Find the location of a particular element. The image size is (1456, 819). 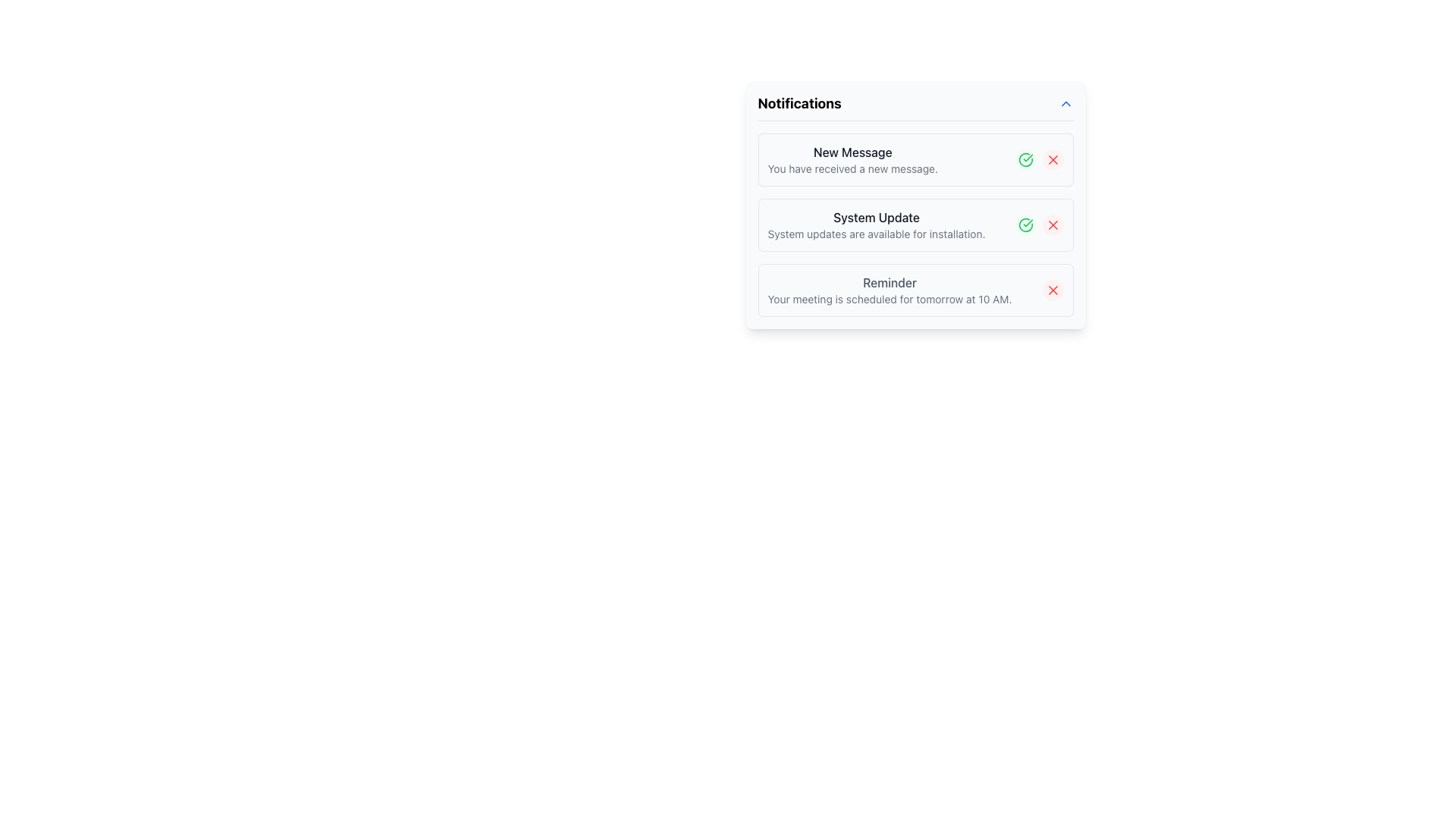

the 'Reminder' text element which is prominently positioned as a heading in gray color above the body text of the notification is located at coordinates (890, 283).